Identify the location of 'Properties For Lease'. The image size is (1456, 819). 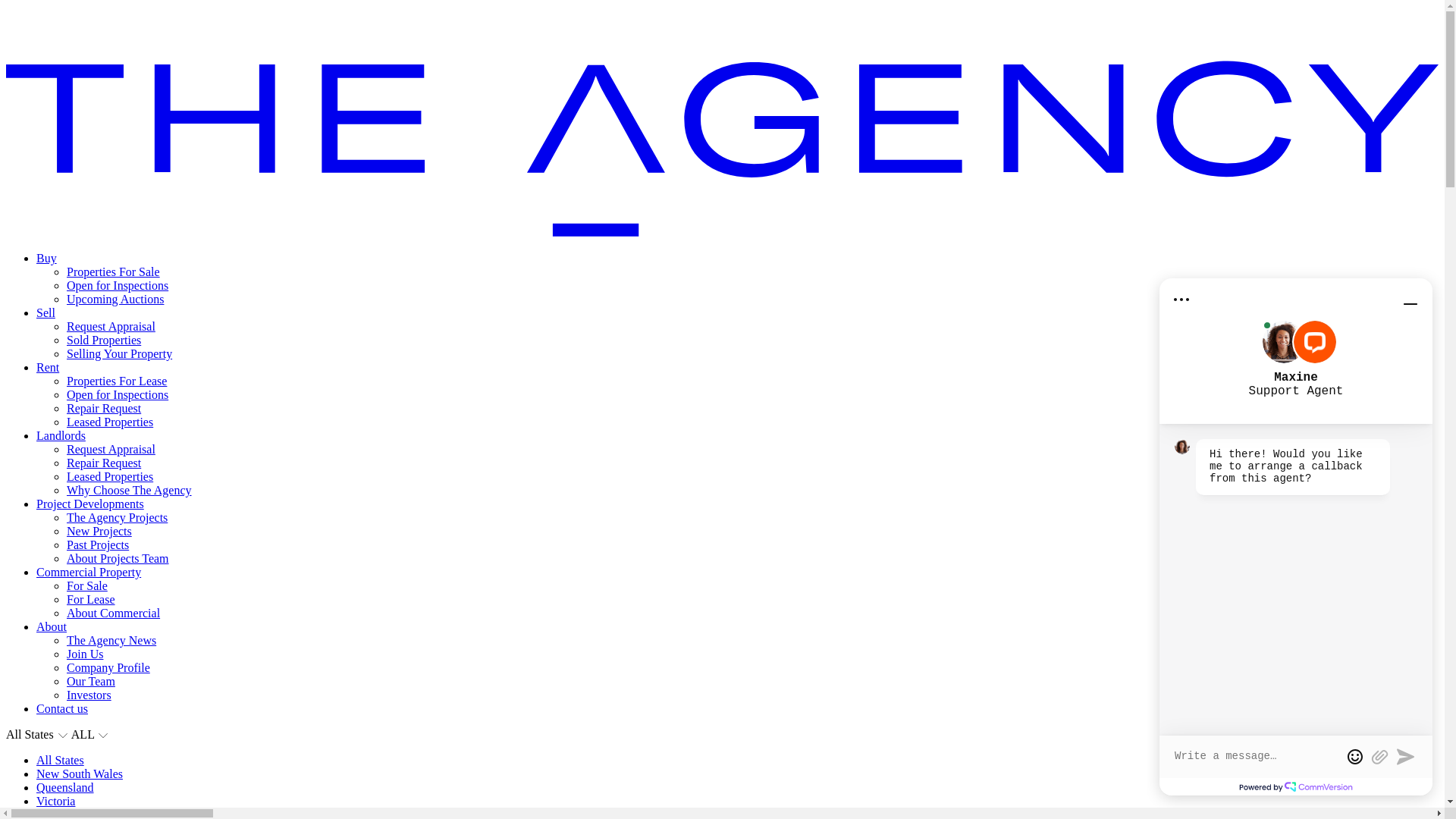
(115, 380).